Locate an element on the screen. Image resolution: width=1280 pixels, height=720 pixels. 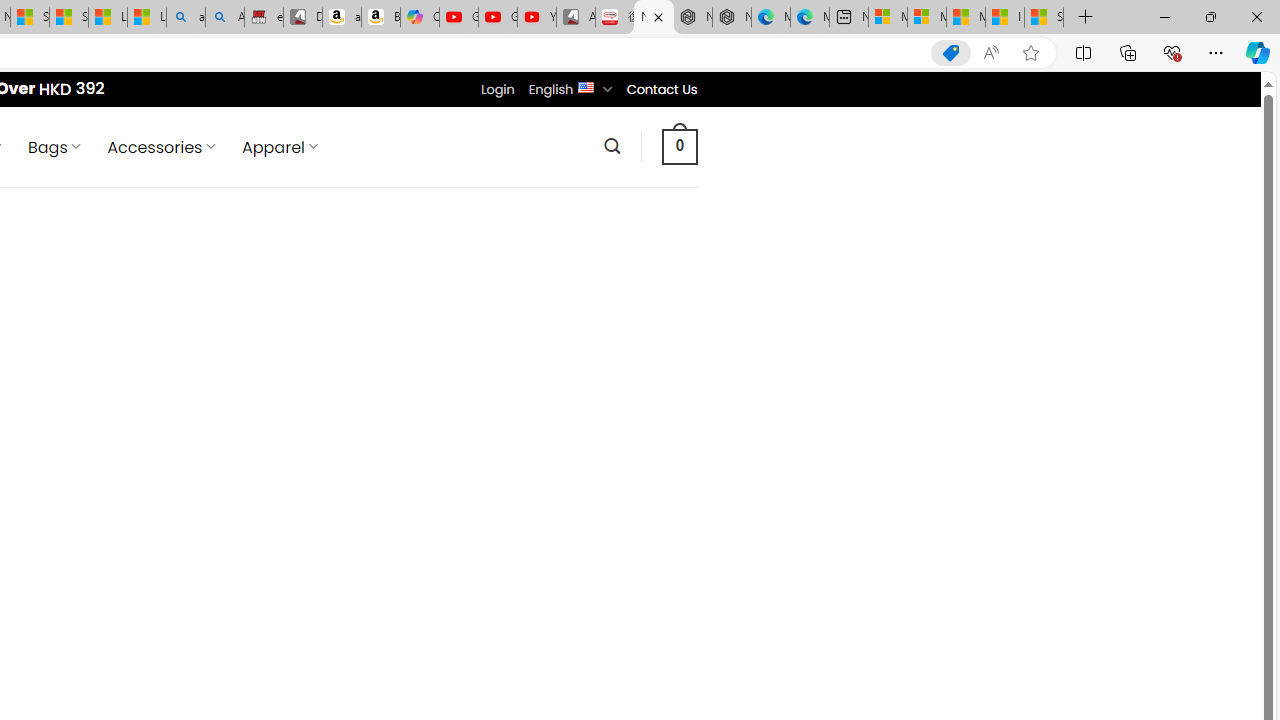
'Amazon Echo Dot PNG - Search Images' is located at coordinates (225, 17).